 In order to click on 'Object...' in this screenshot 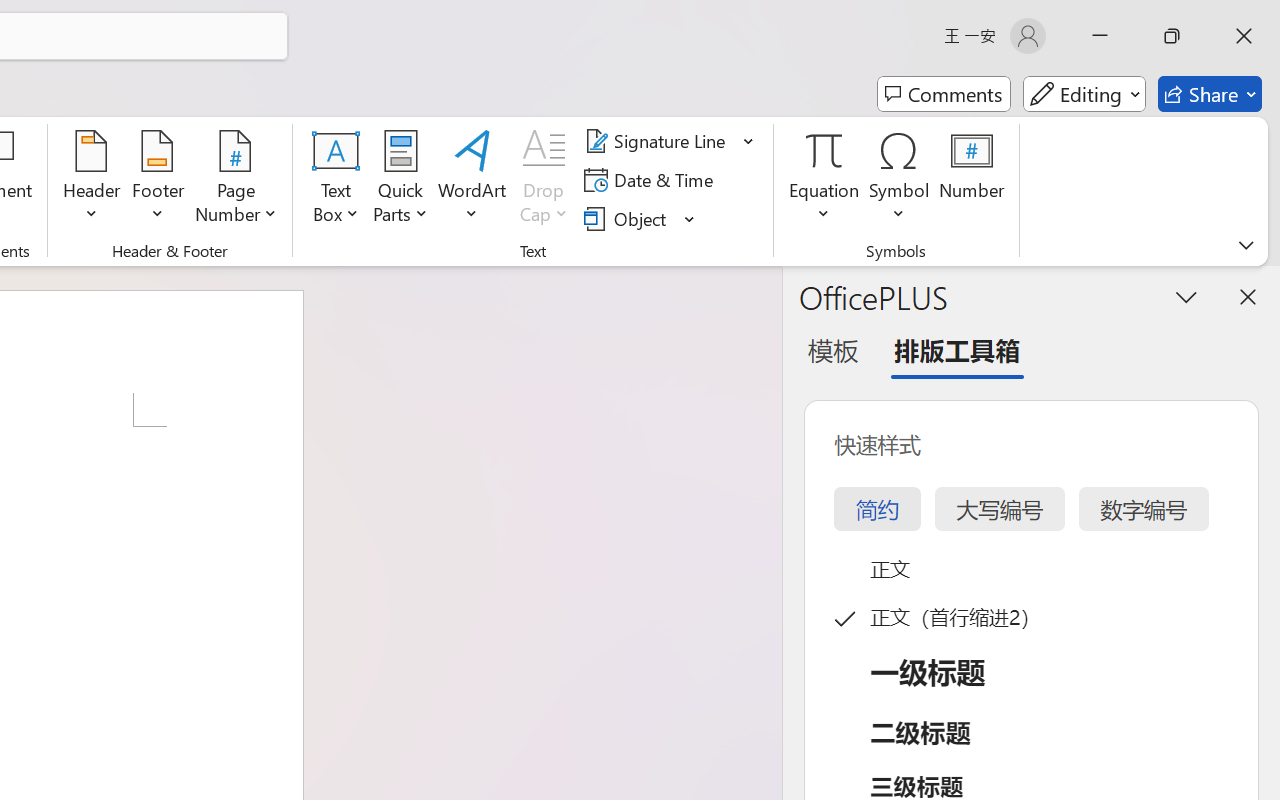, I will do `click(640, 218)`.